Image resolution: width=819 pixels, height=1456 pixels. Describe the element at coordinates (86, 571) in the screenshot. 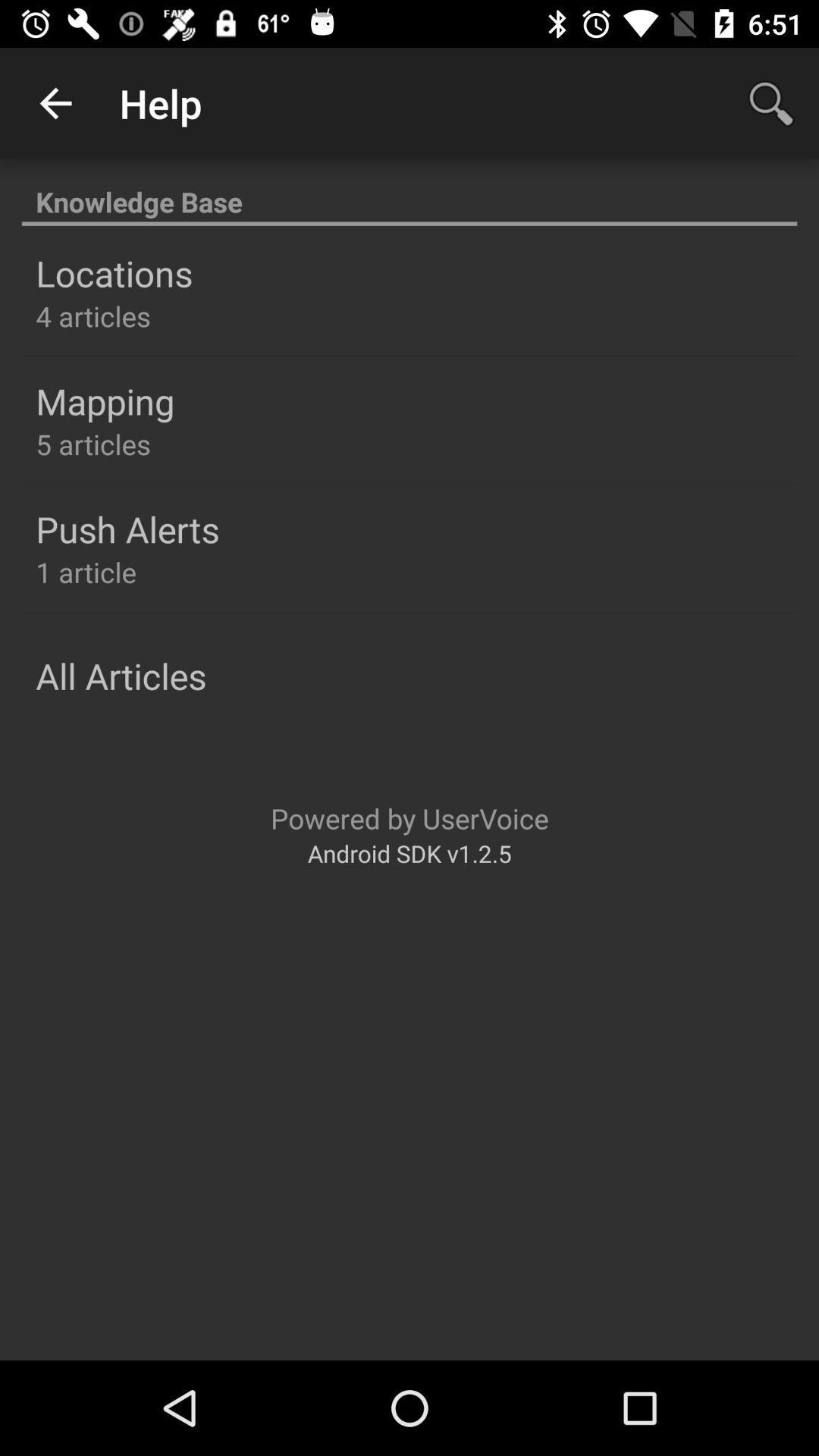

I see `the 1 article icon` at that location.